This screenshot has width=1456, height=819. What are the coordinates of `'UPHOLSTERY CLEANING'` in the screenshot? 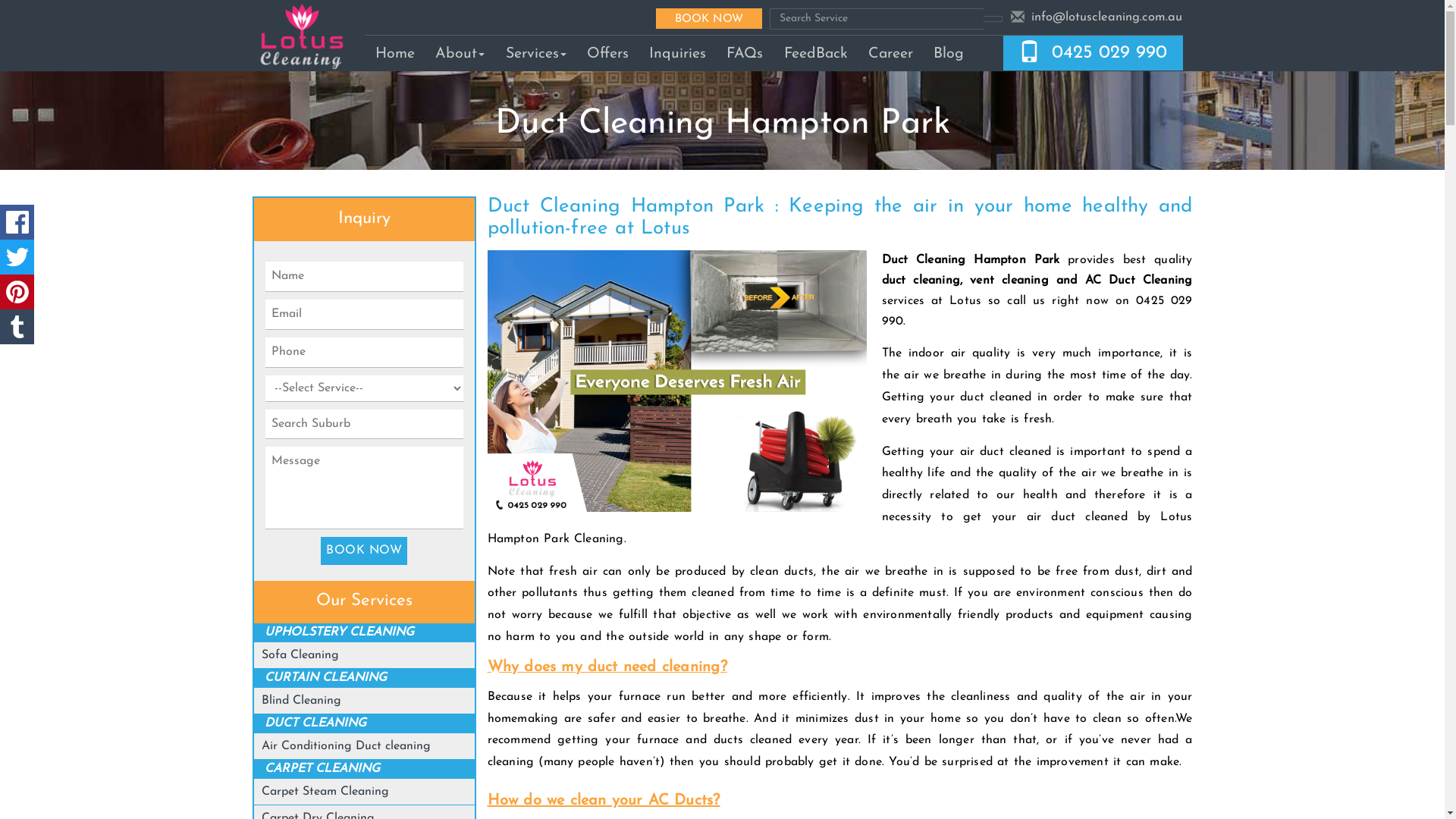 It's located at (338, 632).